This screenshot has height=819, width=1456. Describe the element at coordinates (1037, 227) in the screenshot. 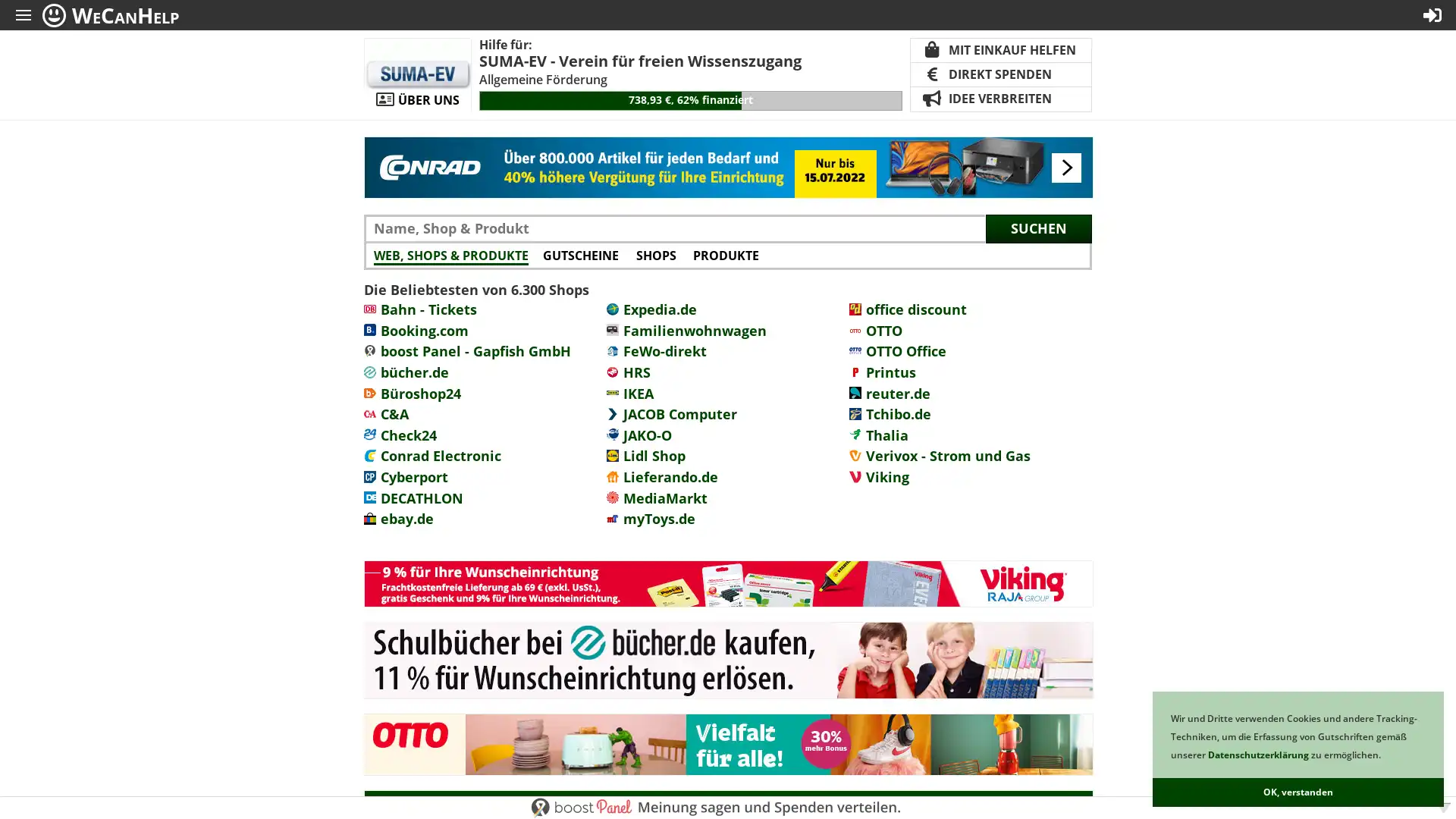

I see `Suchen` at that location.